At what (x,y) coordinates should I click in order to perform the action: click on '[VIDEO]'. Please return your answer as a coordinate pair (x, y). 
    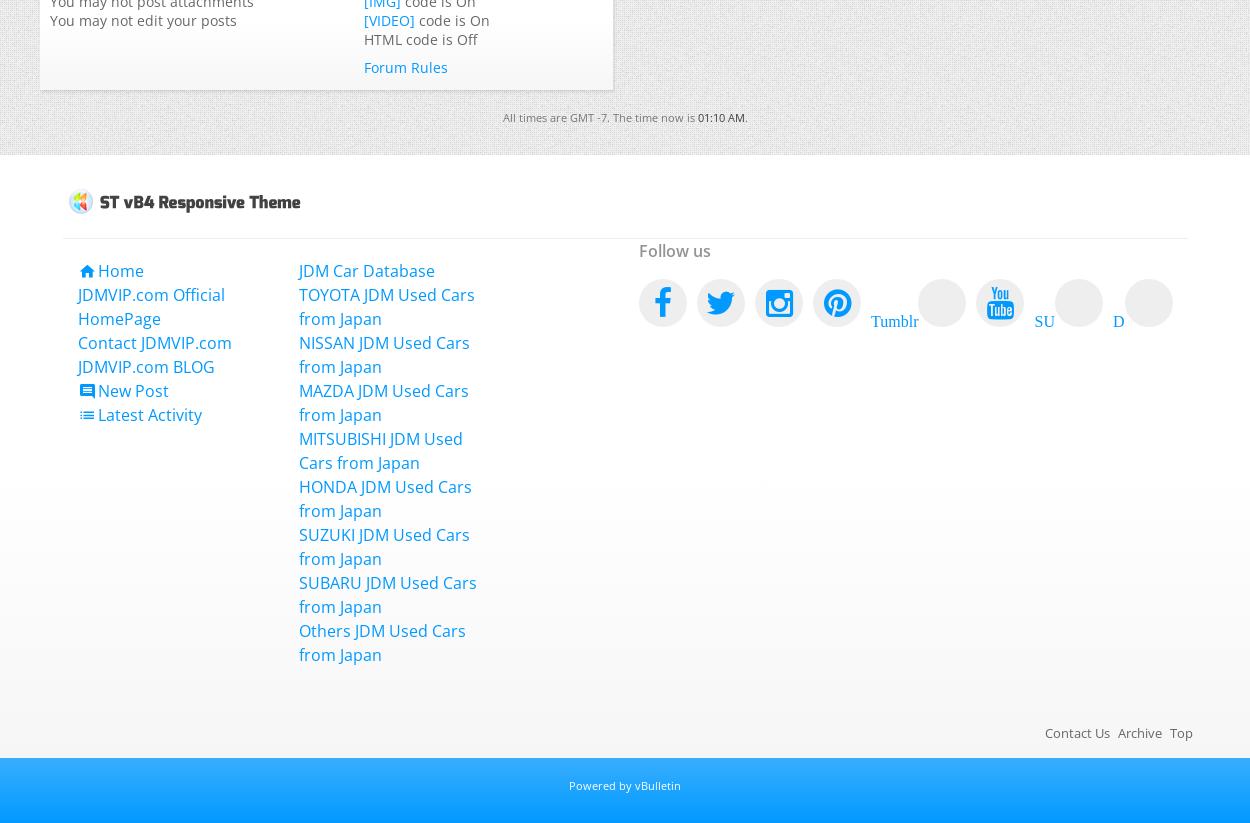
    Looking at the image, I should click on (389, 19).